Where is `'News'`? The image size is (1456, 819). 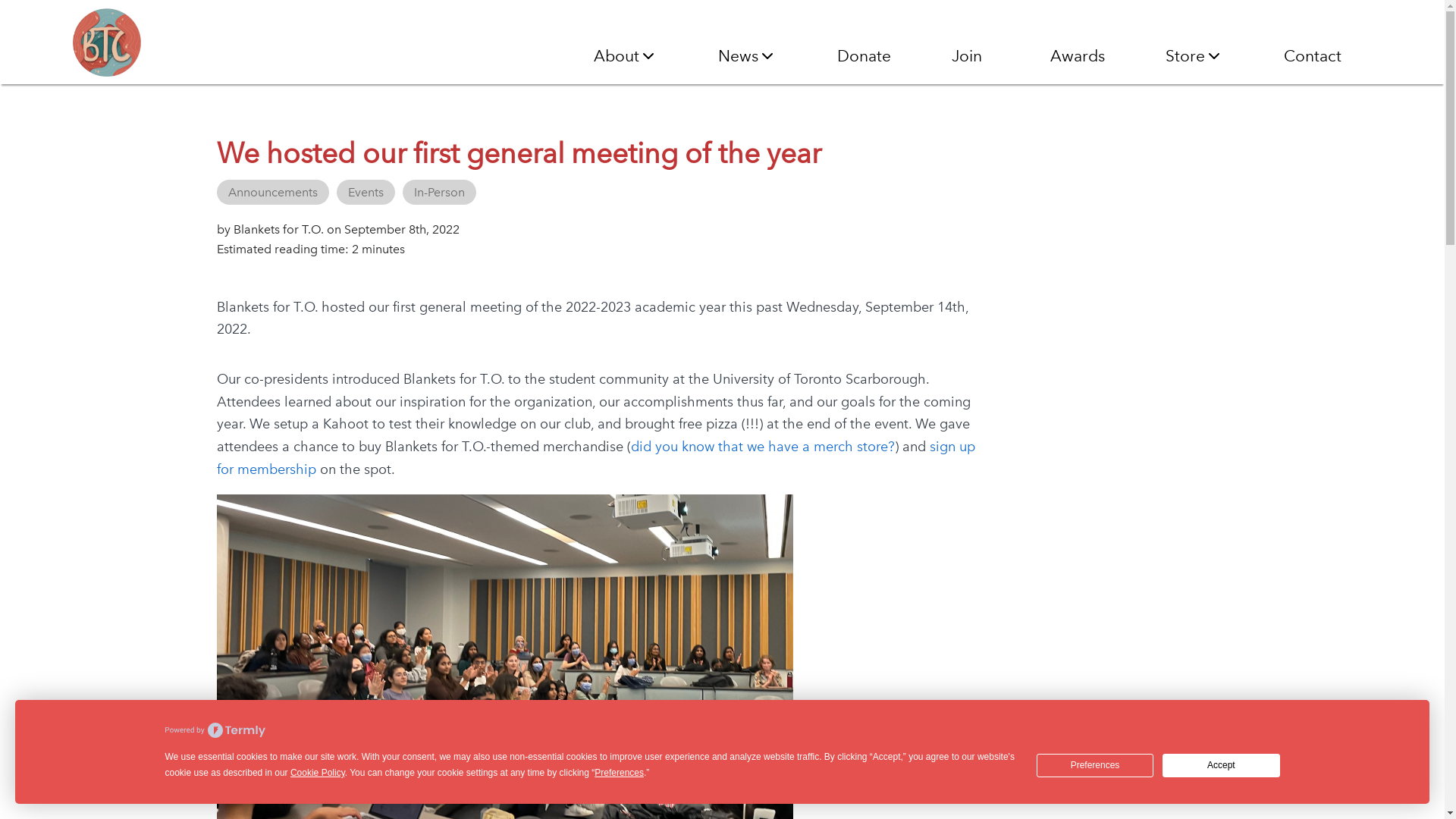
'News' is located at coordinates (717, 55).